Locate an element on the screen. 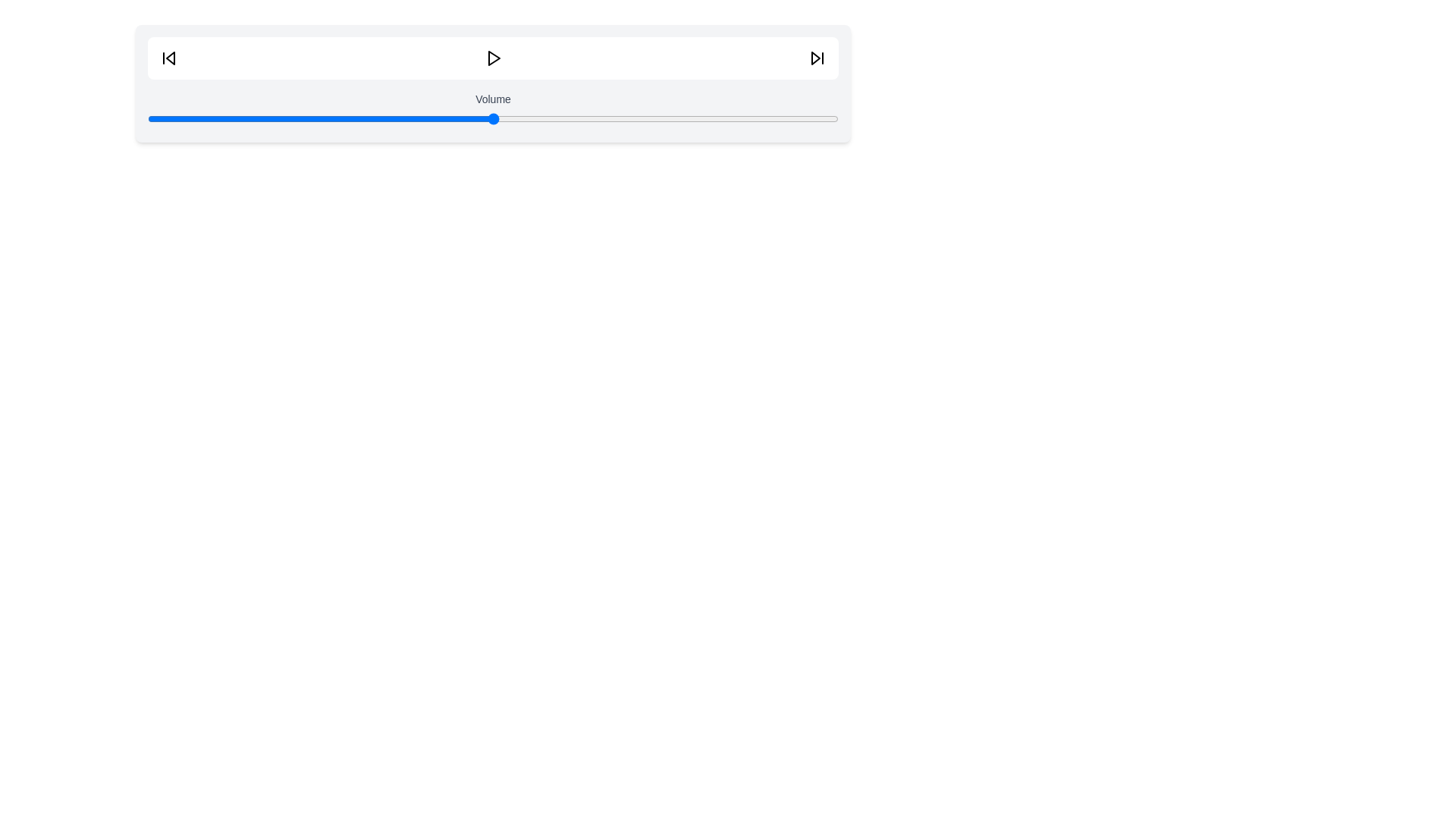  the volume level is located at coordinates (326, 118).